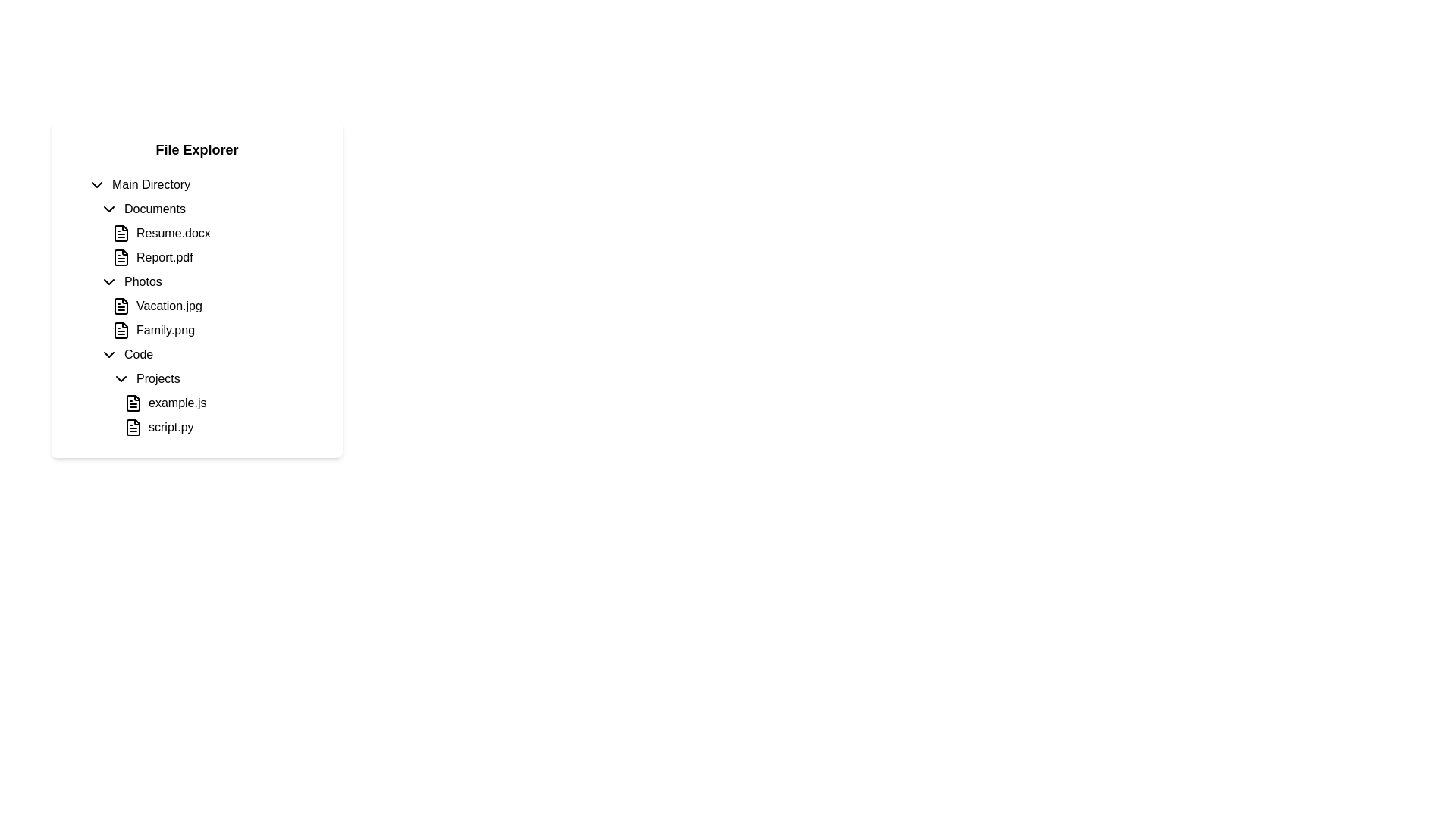  What do you see at coordinates (214, 306) in the screenshot?
I see `the file entry item labeled 'Vacation.jpg' located in the 'Photos' section of the file explorer` at bounding box center [214, 306].